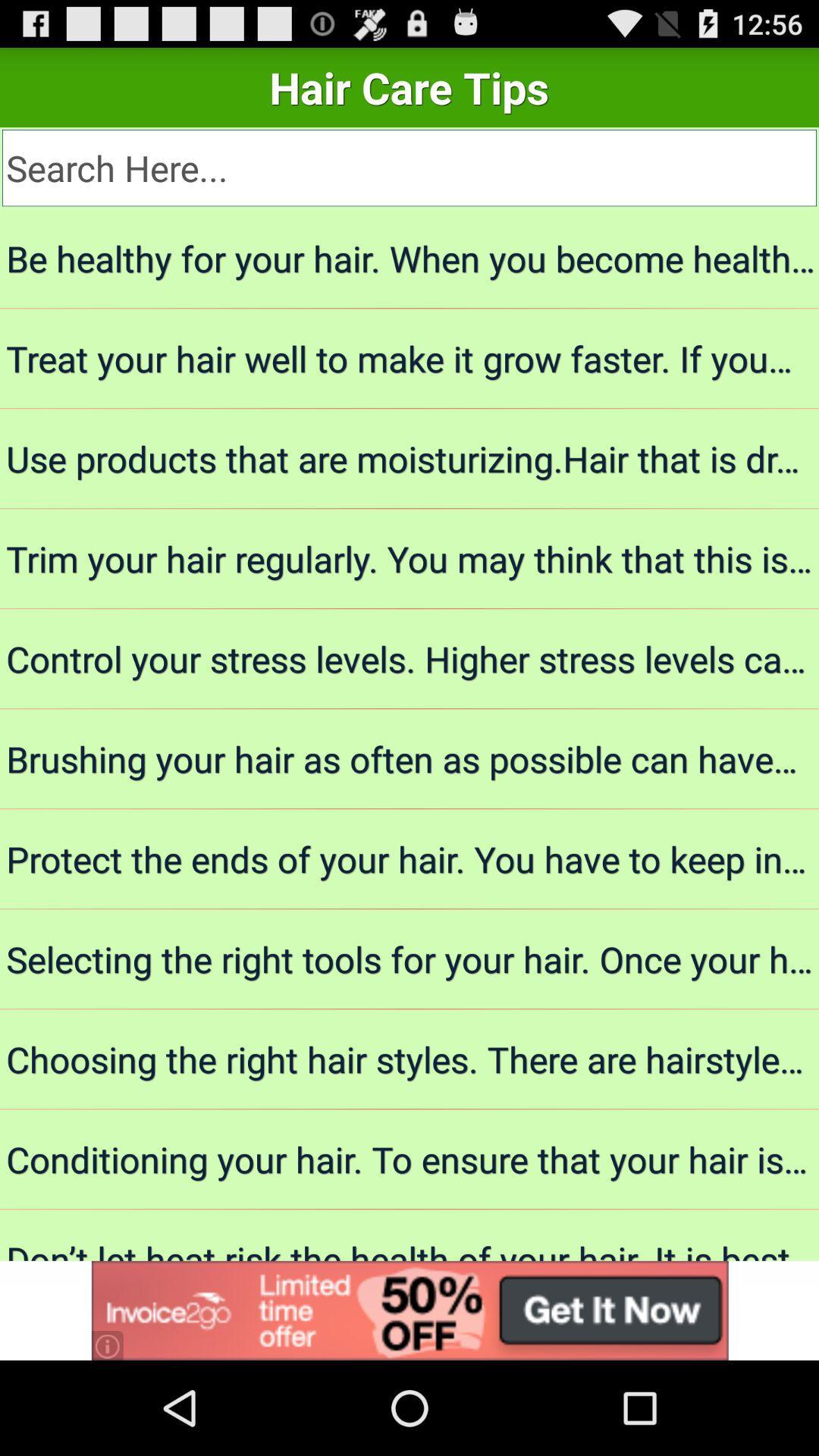 The image size is (819, 1456). Describe the element at coordinates (409, 168) in the screenshot. I see `search term` at that location.